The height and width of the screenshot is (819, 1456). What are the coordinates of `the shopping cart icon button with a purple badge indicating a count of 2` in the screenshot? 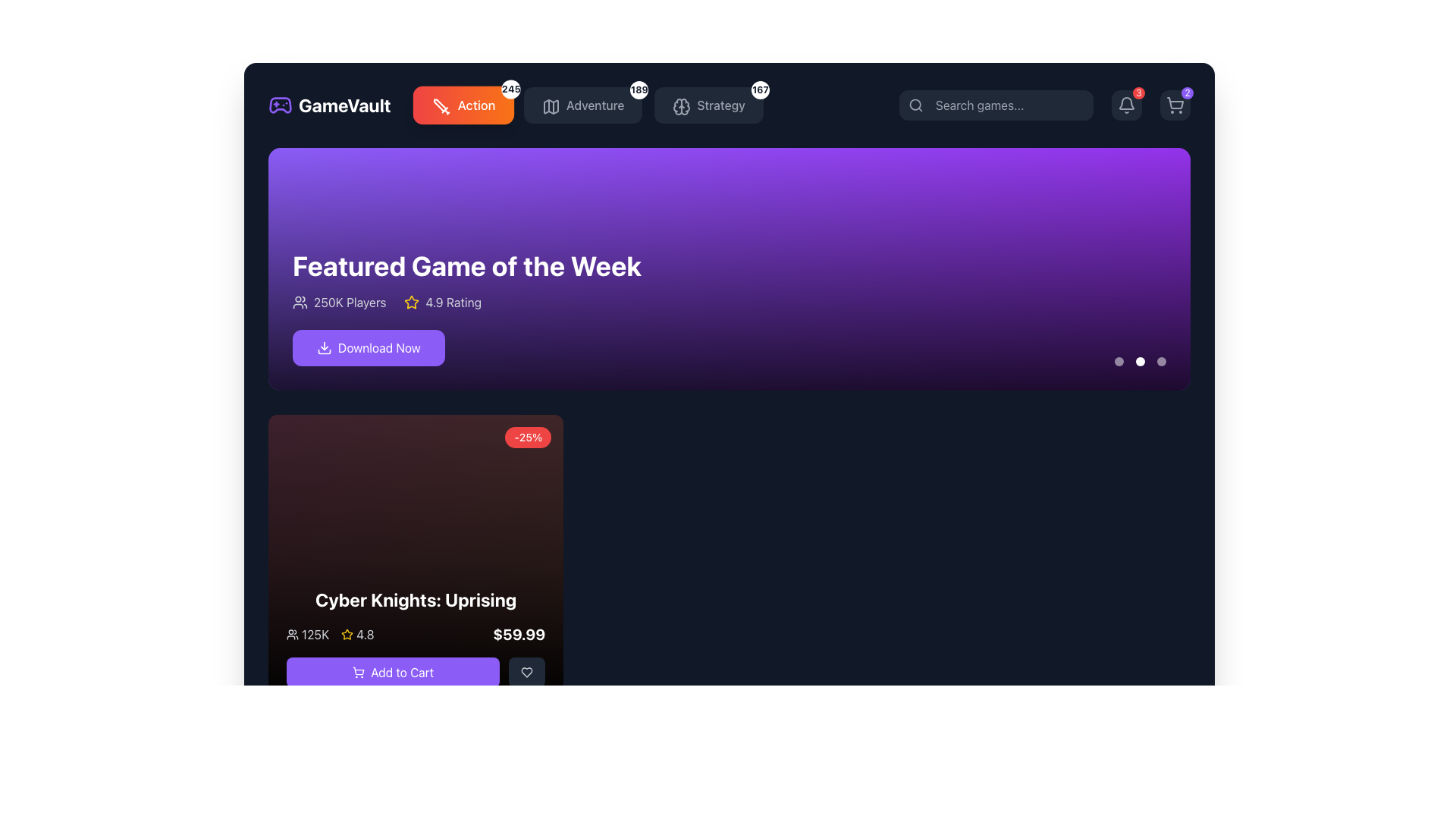 It's located at (1175, 104).